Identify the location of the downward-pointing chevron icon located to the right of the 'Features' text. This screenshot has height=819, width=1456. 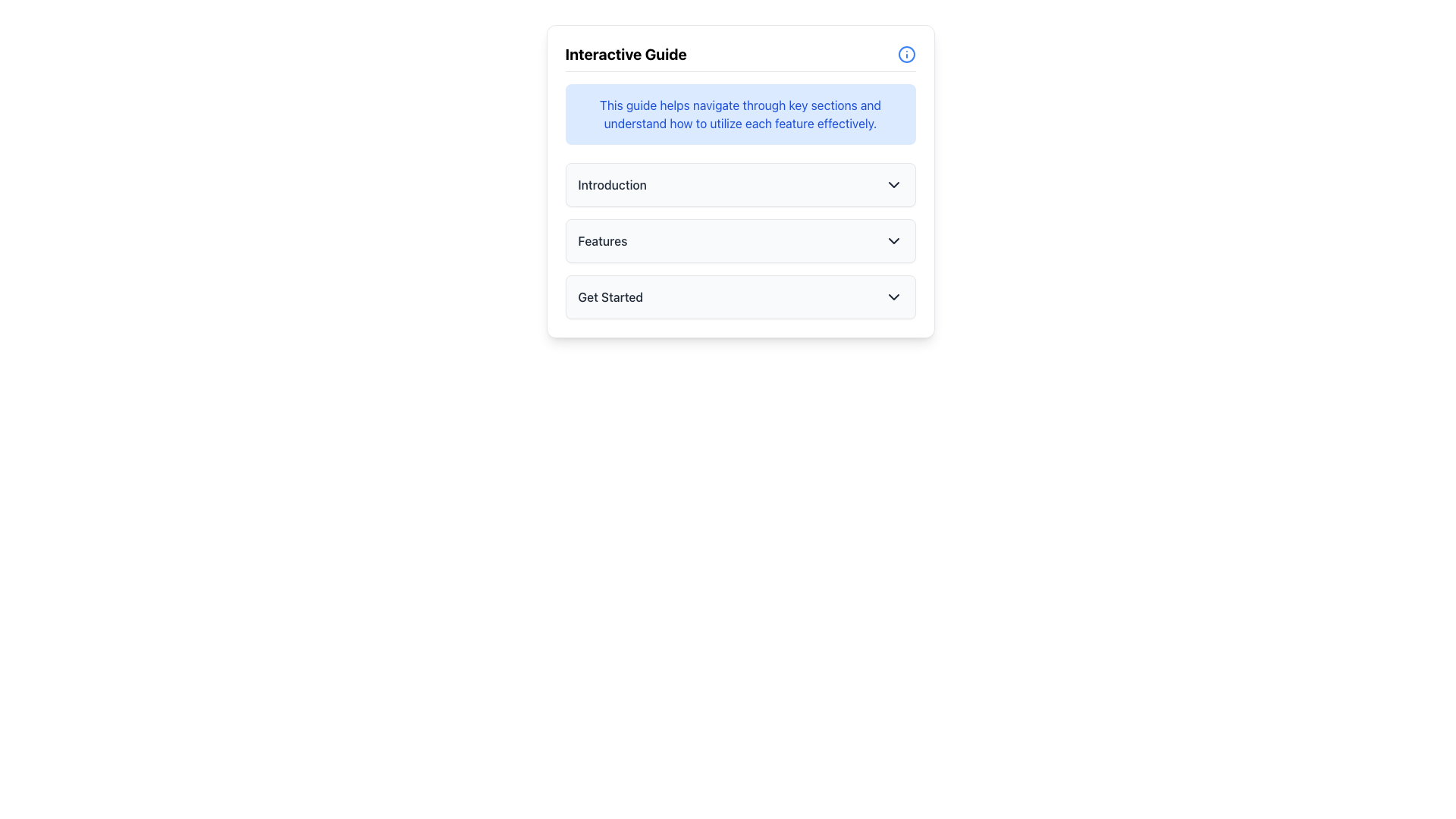
(893, 240).